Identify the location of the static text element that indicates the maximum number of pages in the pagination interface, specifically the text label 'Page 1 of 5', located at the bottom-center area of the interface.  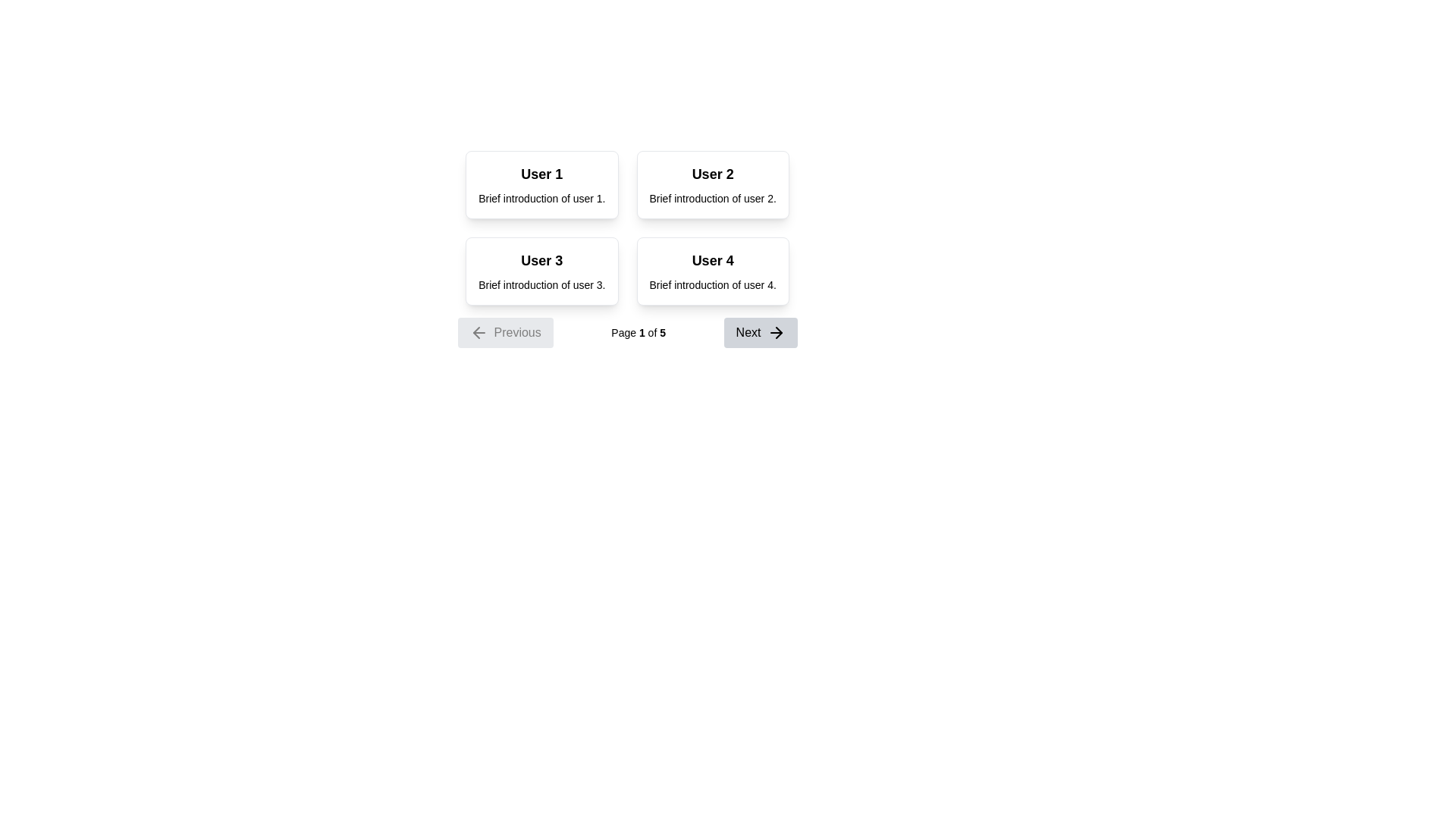
(663, 332).